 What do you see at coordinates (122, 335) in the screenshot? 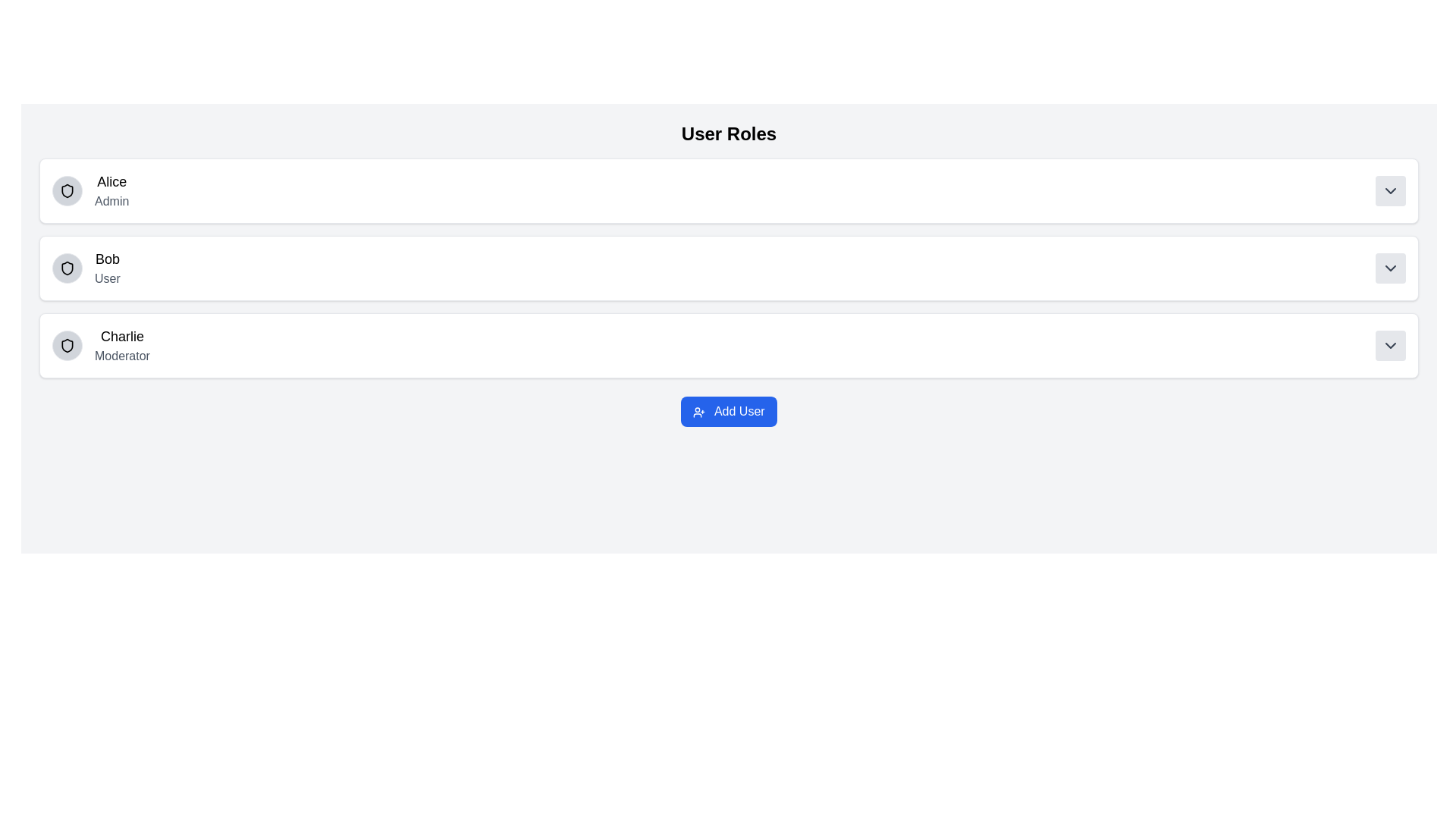
I see `the text label displaying 'Charlie', which is bold and larger than typical text, positioned above the gray label 'Moderator' in the user roles list` at bounding box center [122, 335].